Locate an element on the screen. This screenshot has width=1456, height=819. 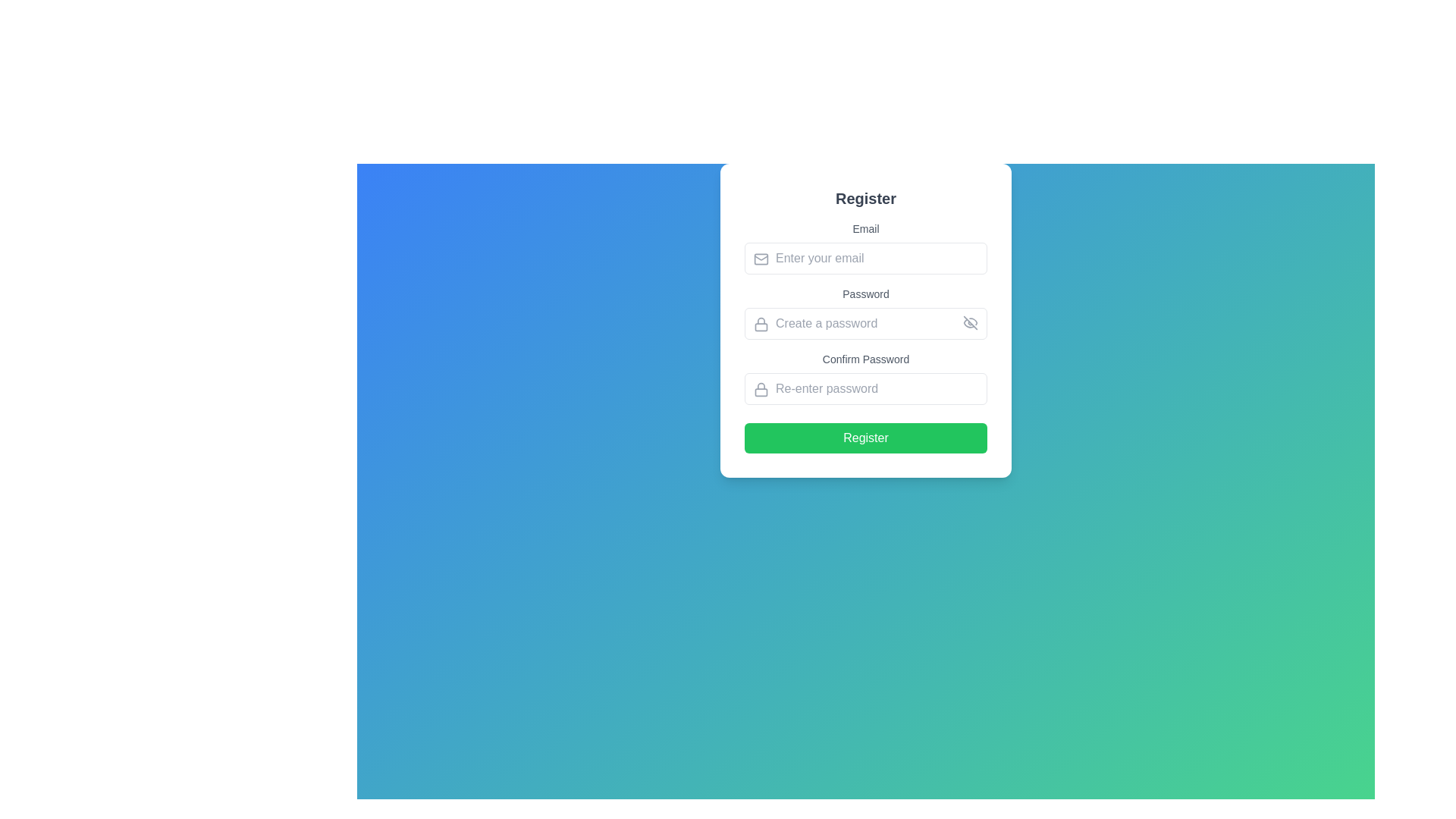
the toggle visibility button located at the top-right corner of the password input field is located at coordinates (971, 322).